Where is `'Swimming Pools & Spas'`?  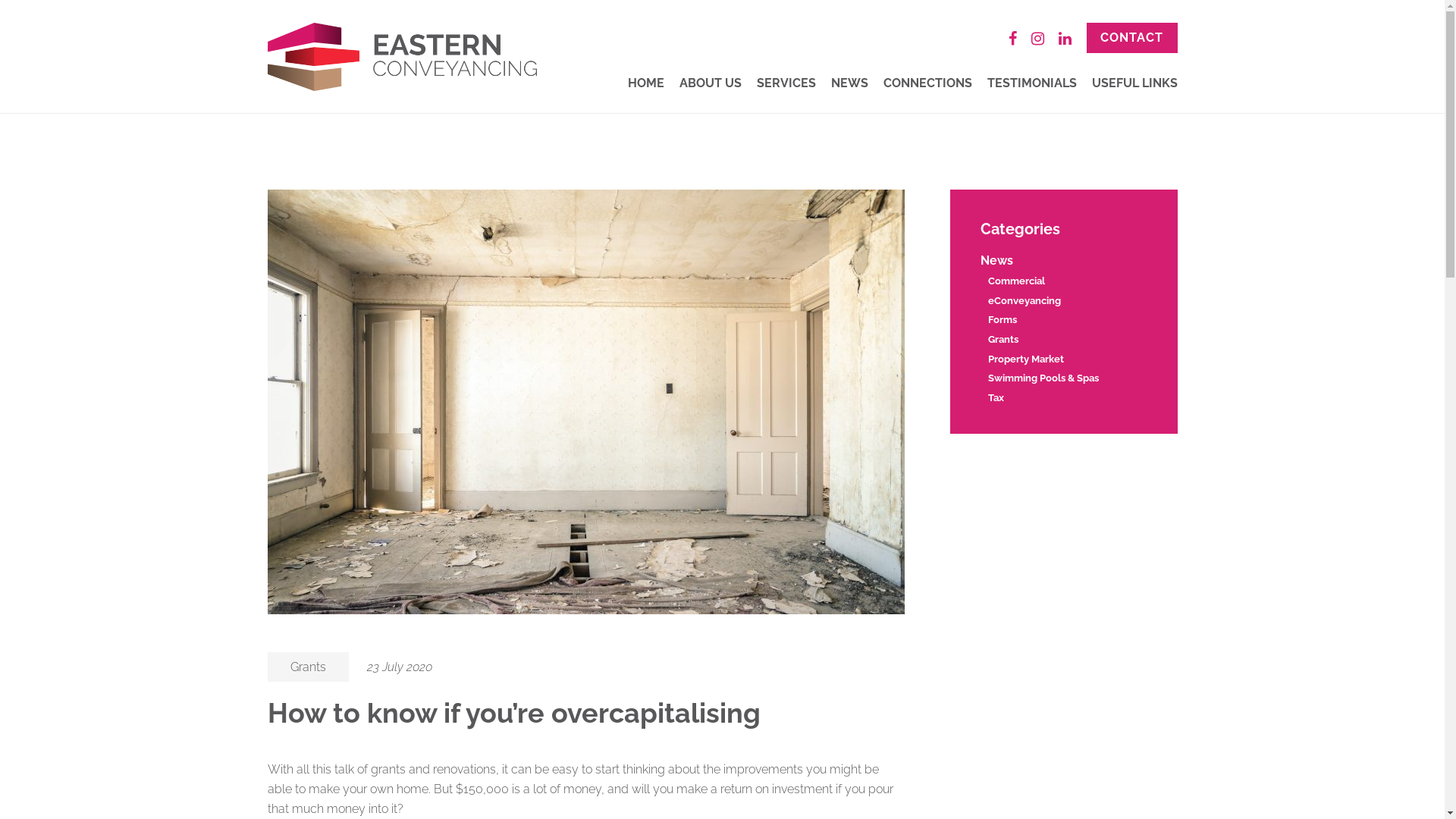 'Swimming Pools & Spas' is located at coordinates (1041, 377).